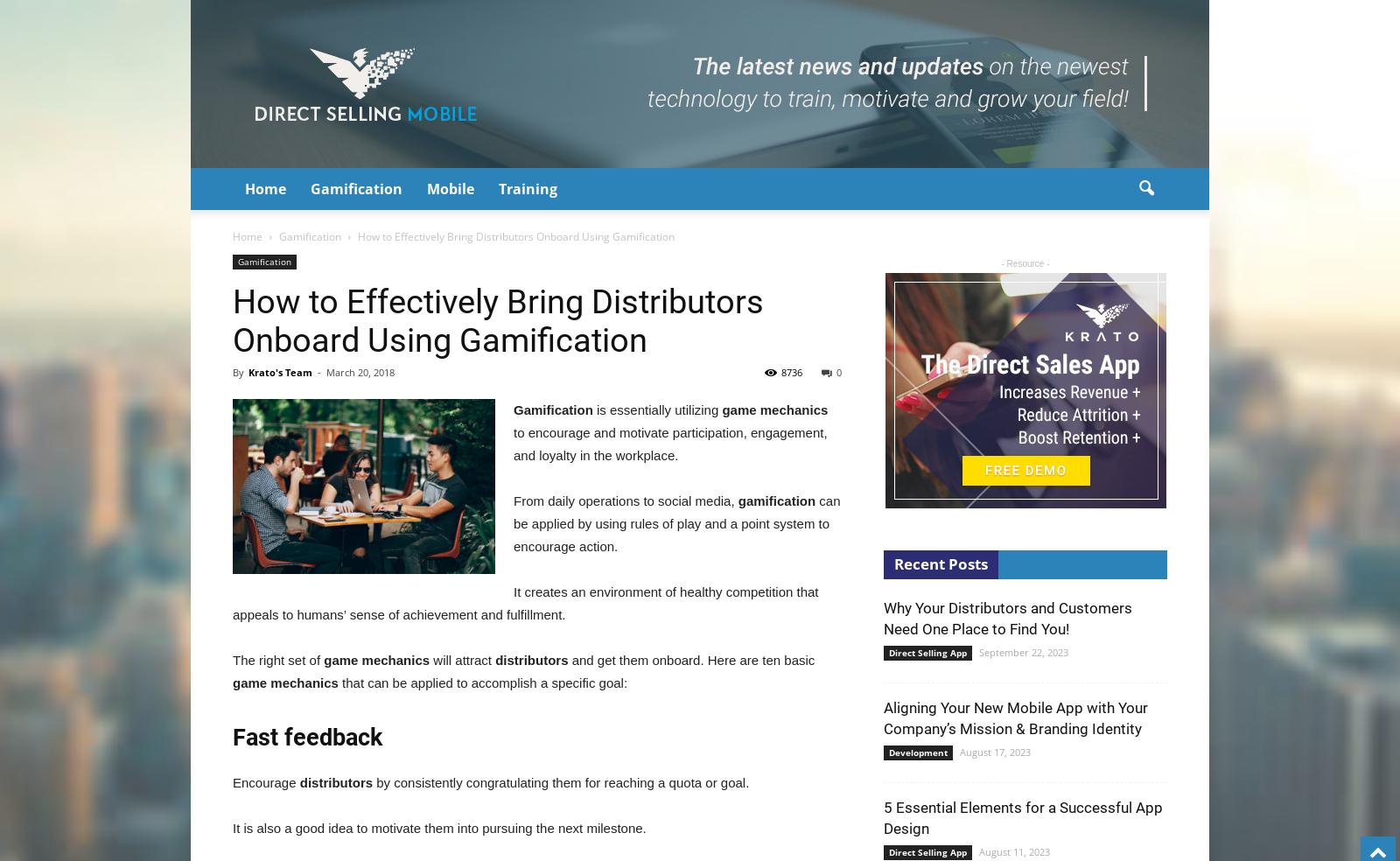  I want to click on 'by consistently congratulating them for reaching a quota or goal.', so click(563, 782).